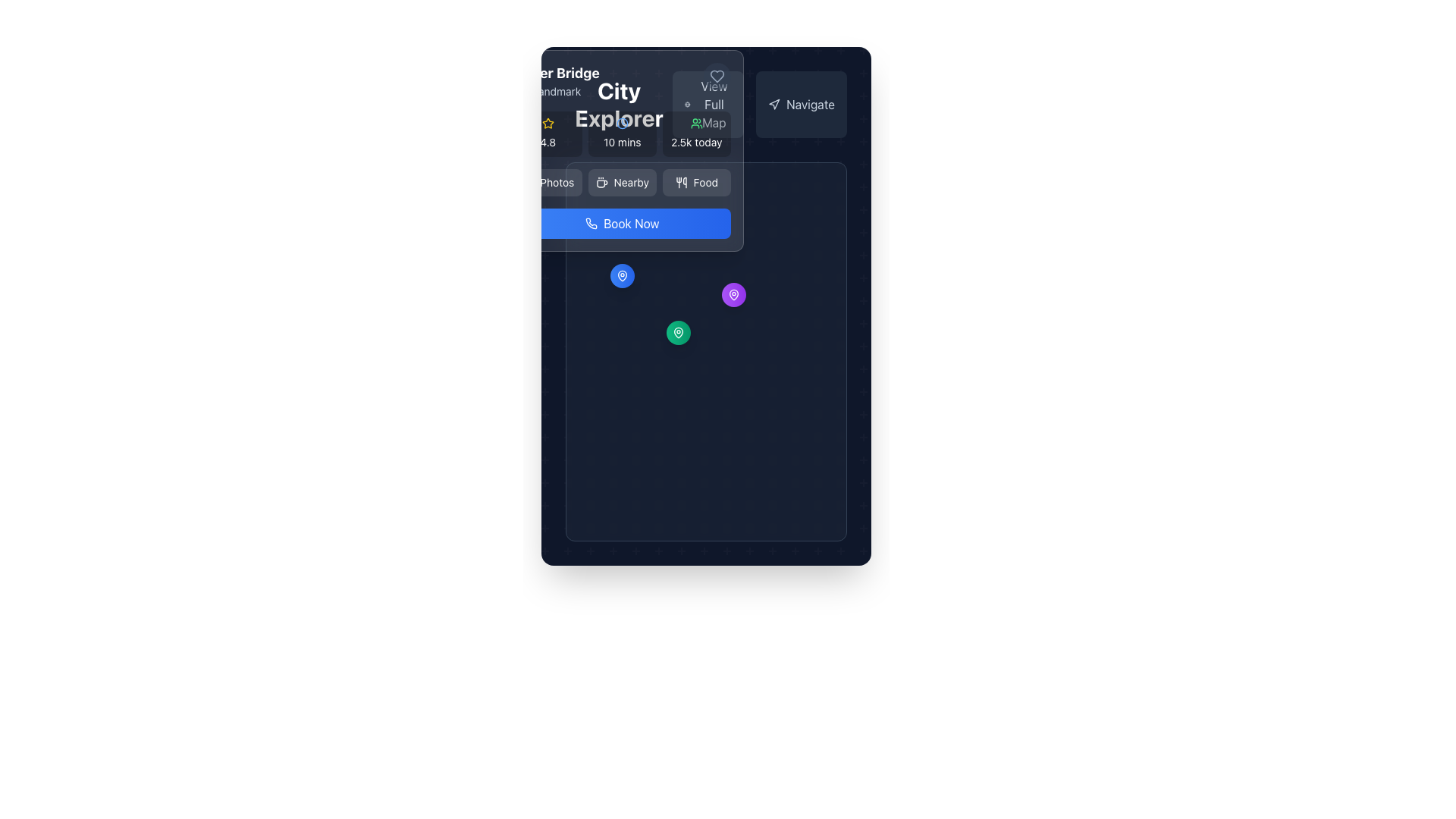 This screenshot has height=819, width=1456. Describe the element at coordinates (622, 182) in the screenshot. I see `the 'Nearby' button, which is a rounded rectangular button located between 'Photos' and 'Food'` at that location.